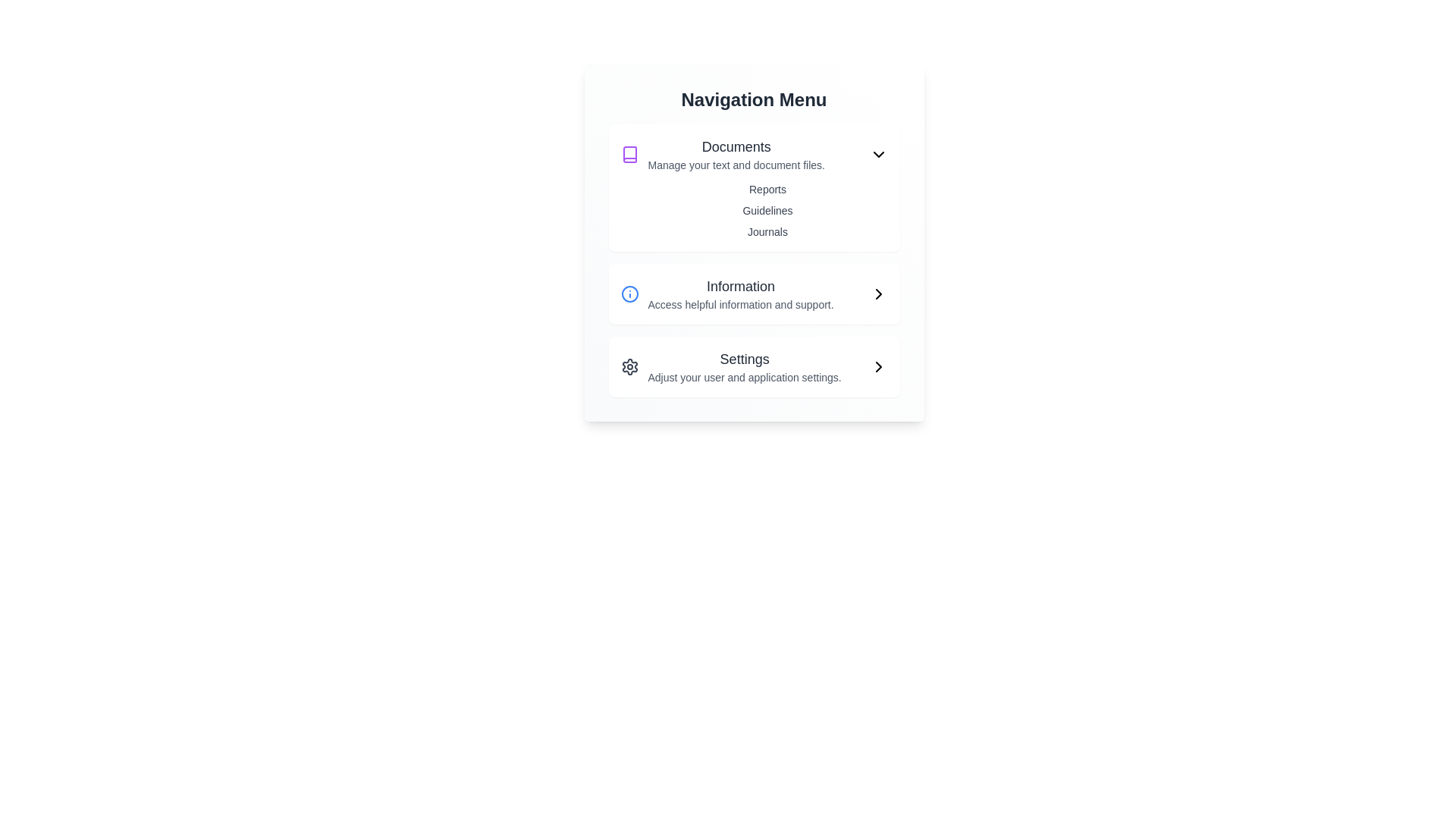  I want to click on the Text label that serves as a header for the subsection in the navigation menu, located centrally beneath the 'Documents' section, so click(741, 287).